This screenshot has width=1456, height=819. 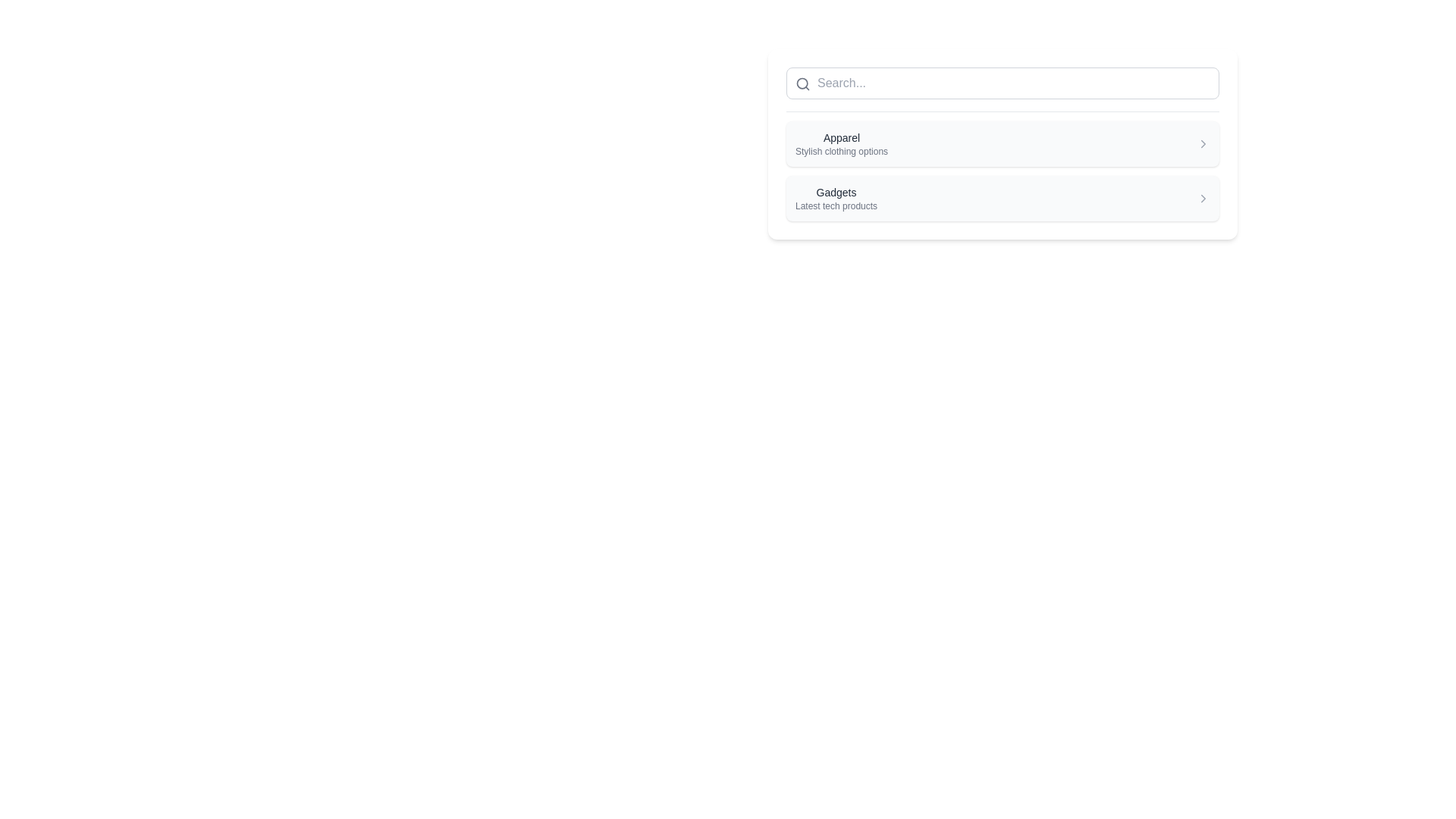 I want to click on the 'Gadgets' list item, which displays 'Latest tech products', so click(x=1003, y=198).